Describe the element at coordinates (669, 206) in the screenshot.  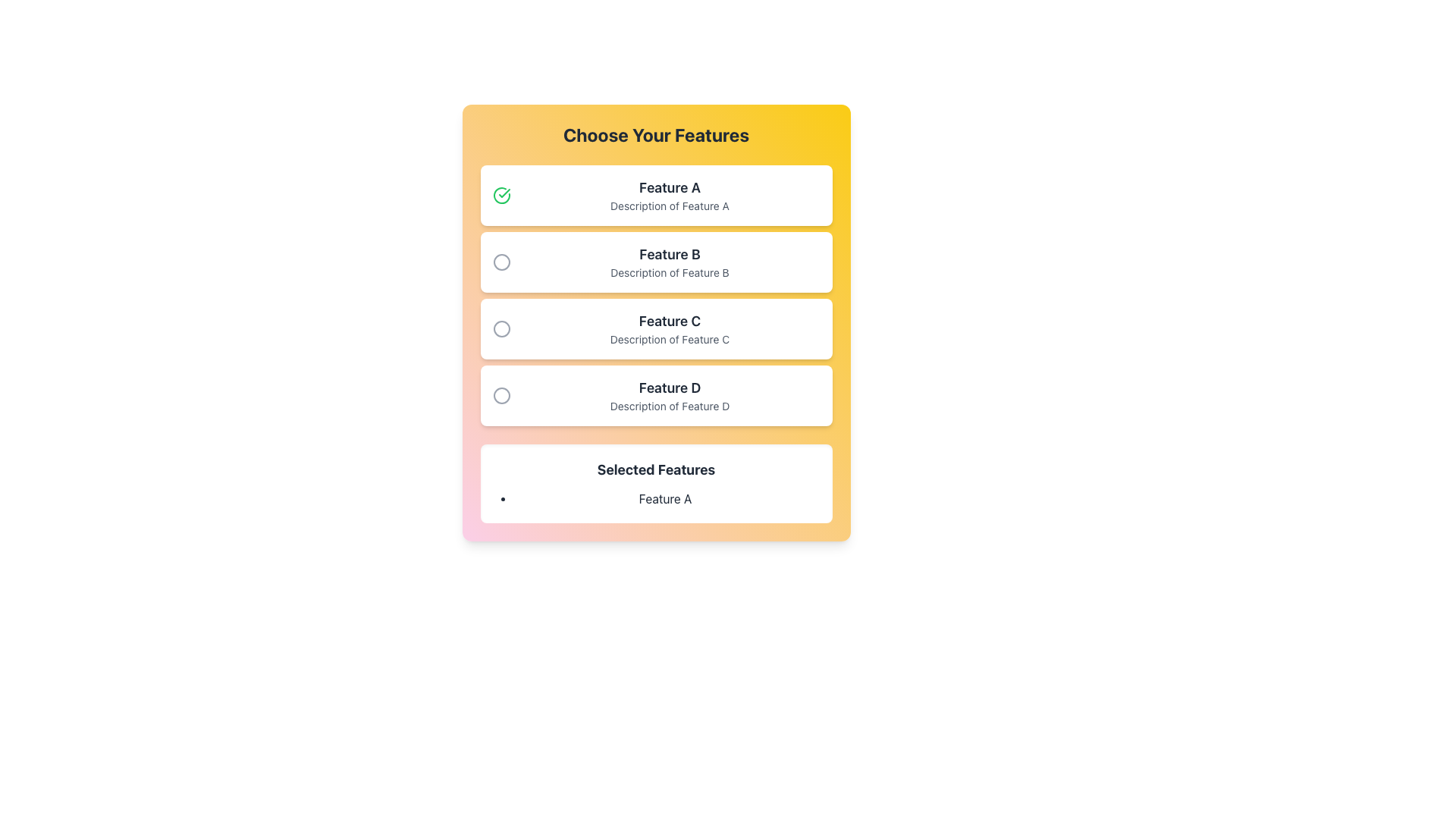
I see `text label displaying 'Description of Feature A' located below the heading 'Feature A' in the first card of a vertical list of selectable options` at that location.